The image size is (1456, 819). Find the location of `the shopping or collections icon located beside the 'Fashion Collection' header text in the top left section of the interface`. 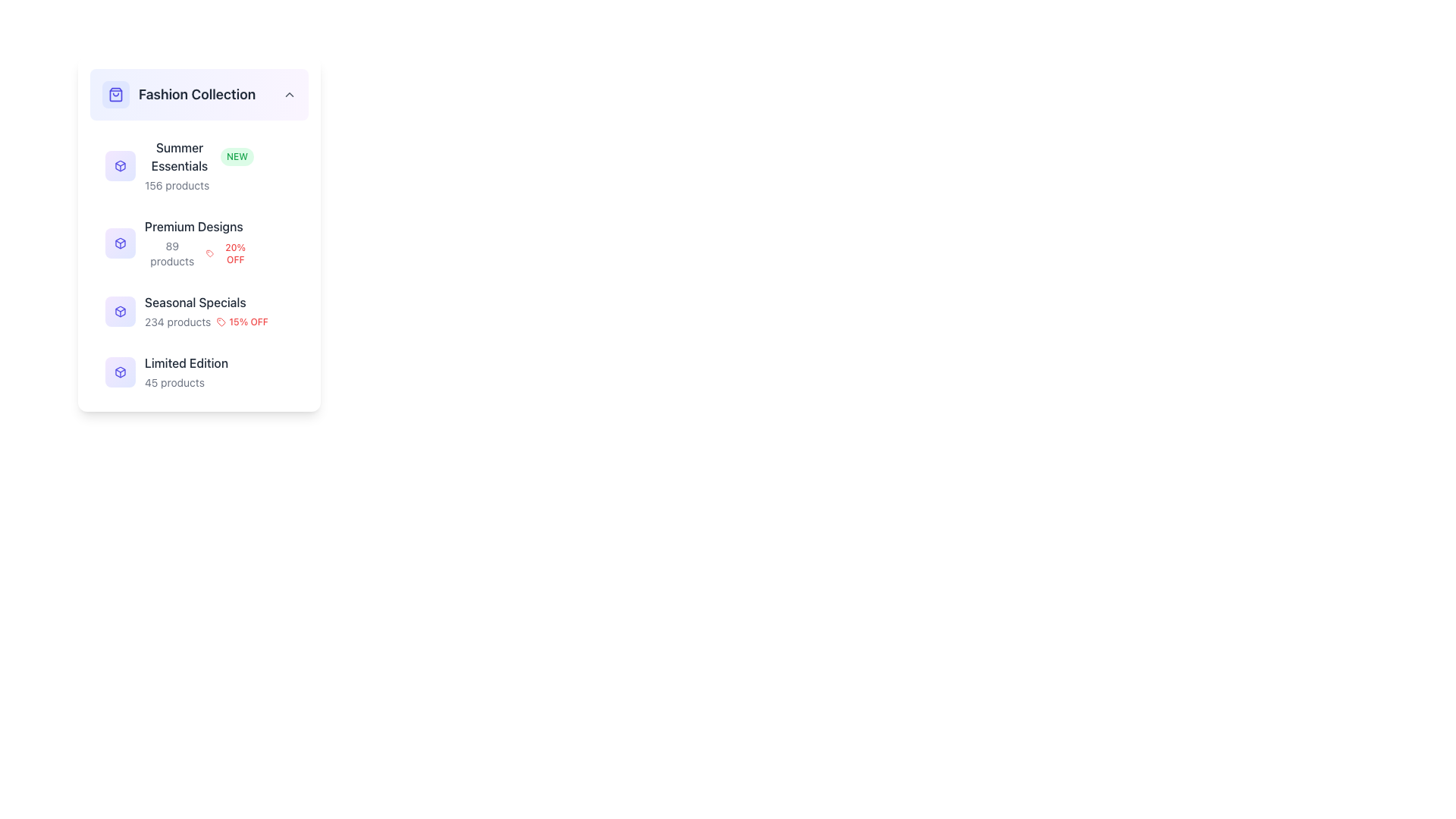

the shopping or collections icon located beside the 'Fashion Collection' header text in the top left section of the interface is located at coordinates (115, 93).